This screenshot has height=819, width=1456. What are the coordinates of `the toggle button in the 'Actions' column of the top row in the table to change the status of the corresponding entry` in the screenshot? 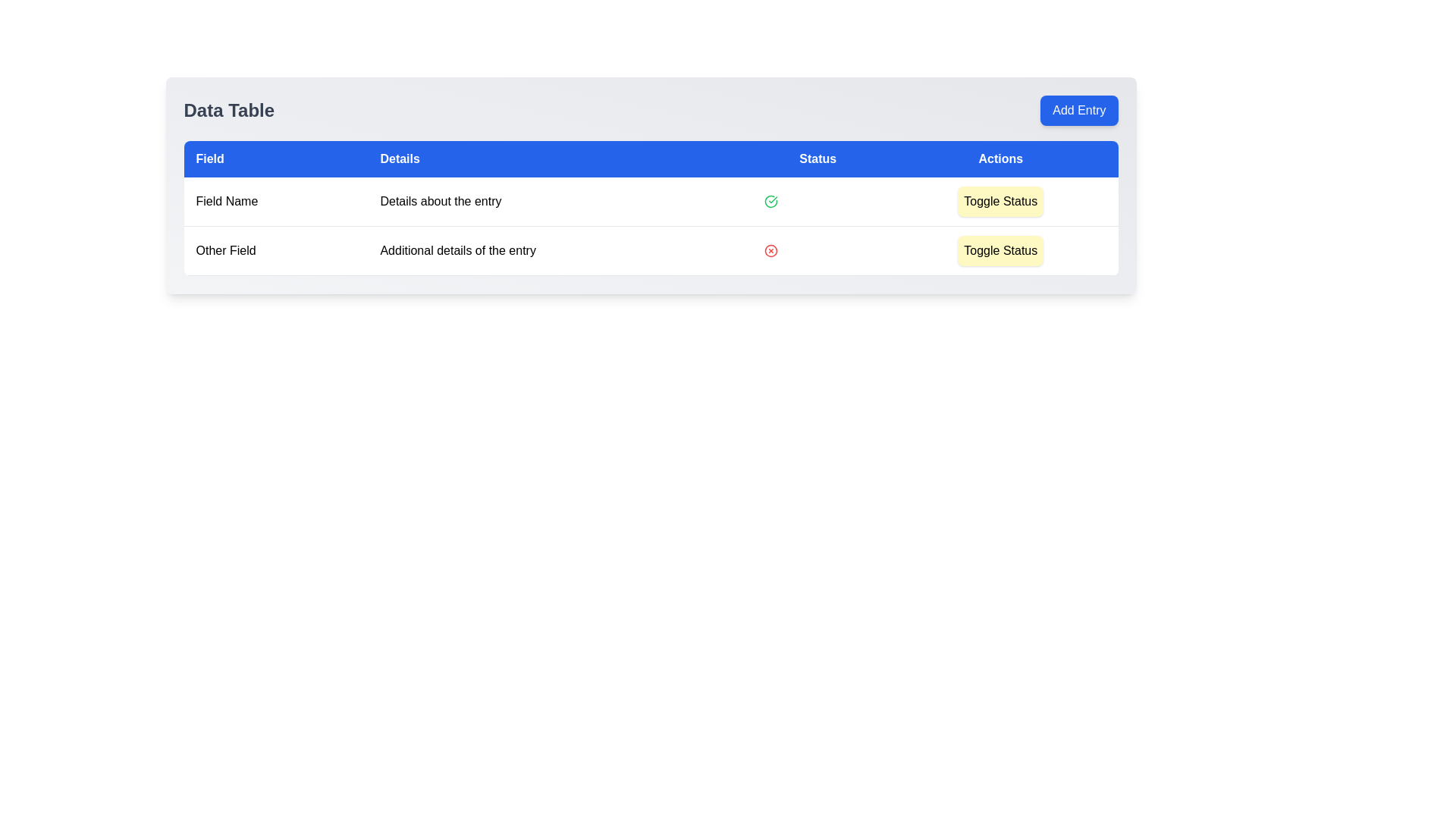 It's located at (1000, 201).